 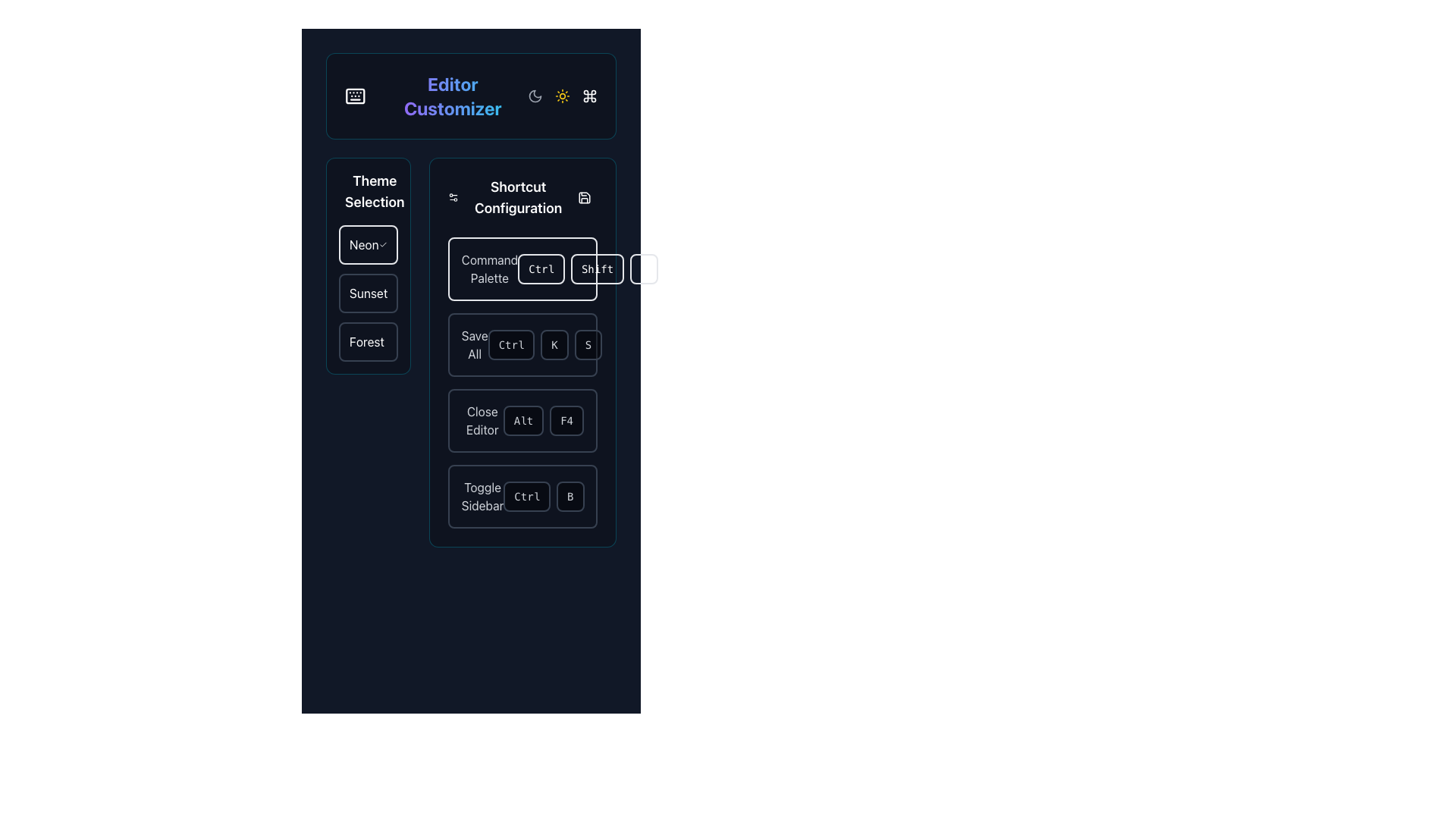 What do you see at coordinates (588, 345) in the screenshot?
I see `the 'S' Shortcut key button, which is the third button in the 'Save All' group, to simulate a key press` at bounding box center [588, 345].